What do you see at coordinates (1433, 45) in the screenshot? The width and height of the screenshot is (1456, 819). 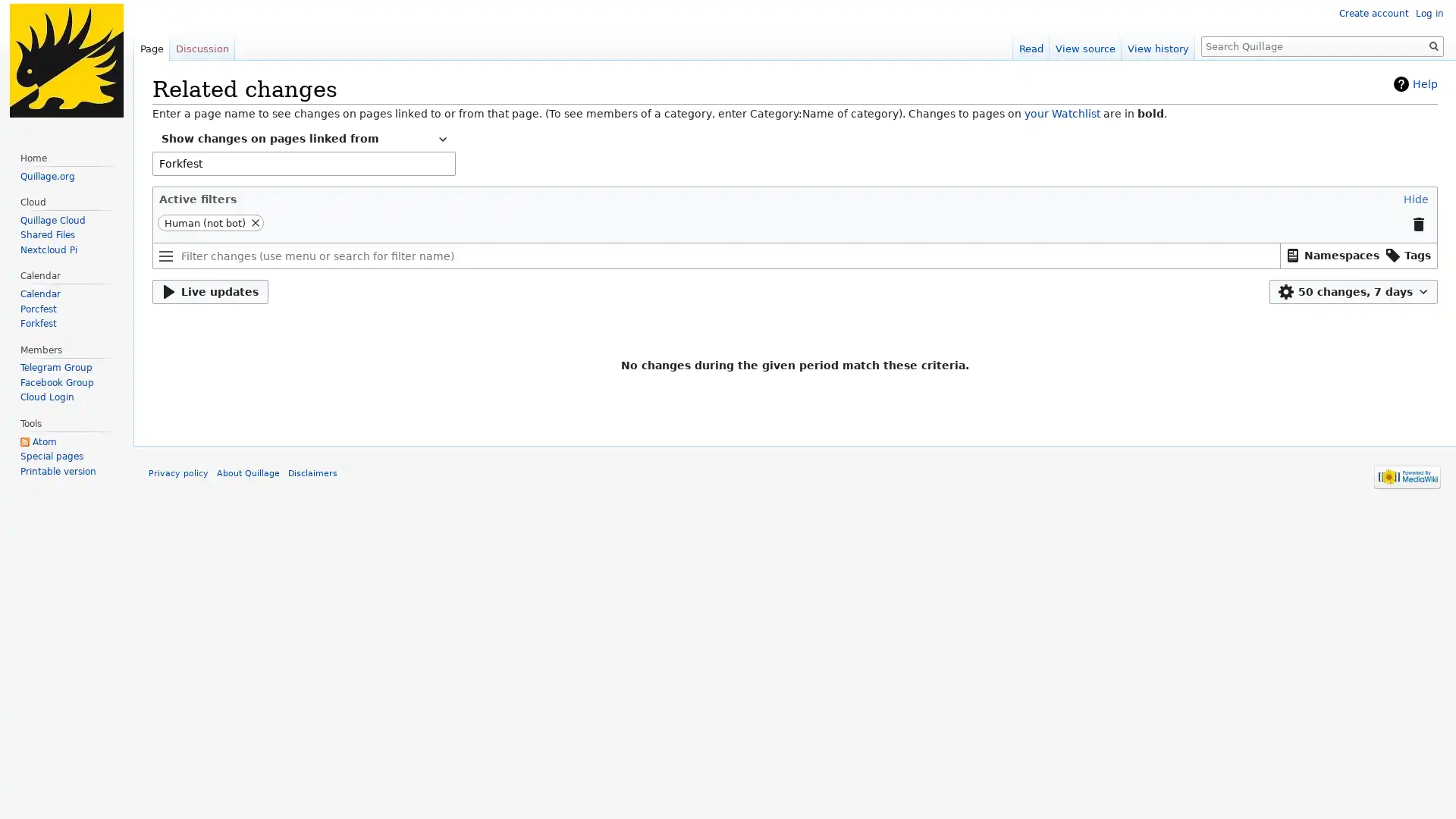 I see `Go` at bounding box center [1433, 45].